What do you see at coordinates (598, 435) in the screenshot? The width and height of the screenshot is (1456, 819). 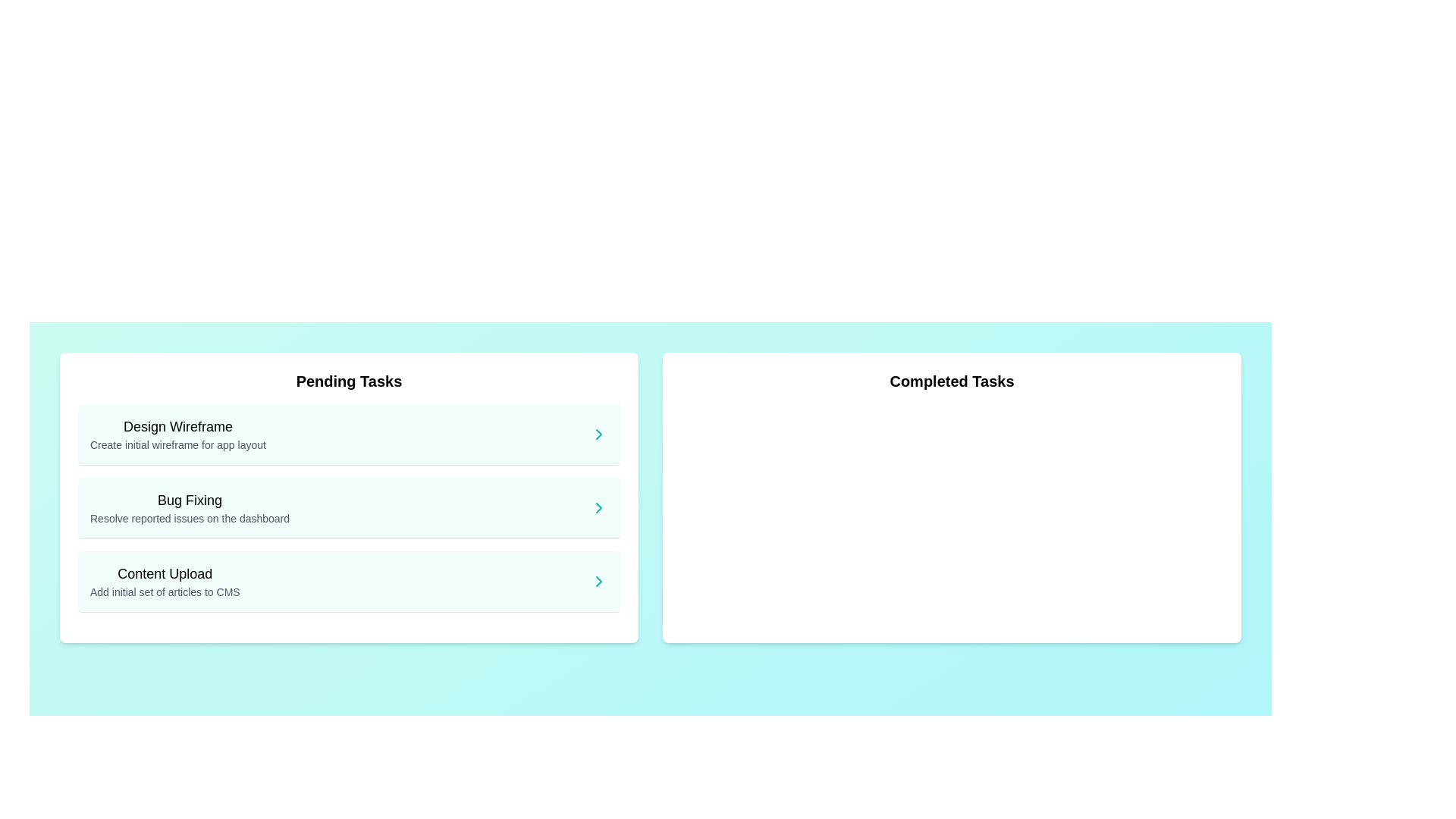 I see `the rightward chevron icon located in the 'Pending Tasks' section adjacent to the 'Design Wireframe' task` at bounding box center [598, 435].